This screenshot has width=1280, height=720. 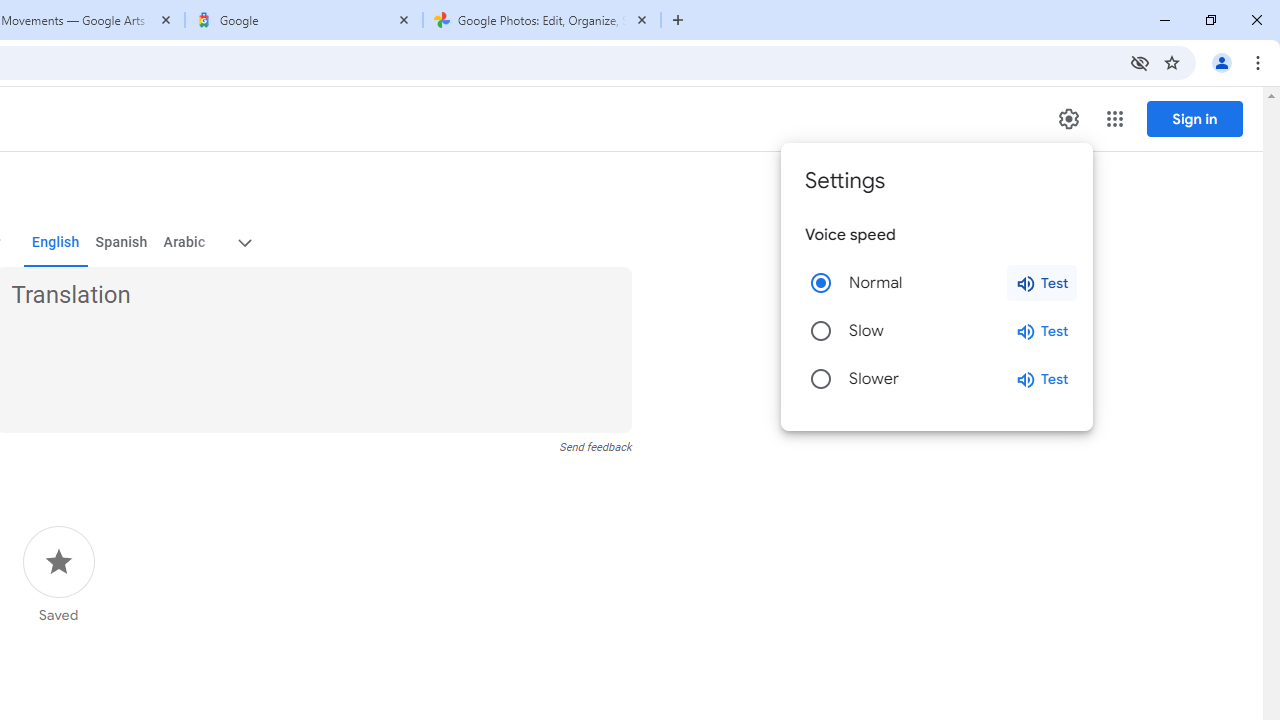 What do you see at coordinates (594, 446) in the screenshot?
I see `'Send feedback'` at bounding box center [594, 446].